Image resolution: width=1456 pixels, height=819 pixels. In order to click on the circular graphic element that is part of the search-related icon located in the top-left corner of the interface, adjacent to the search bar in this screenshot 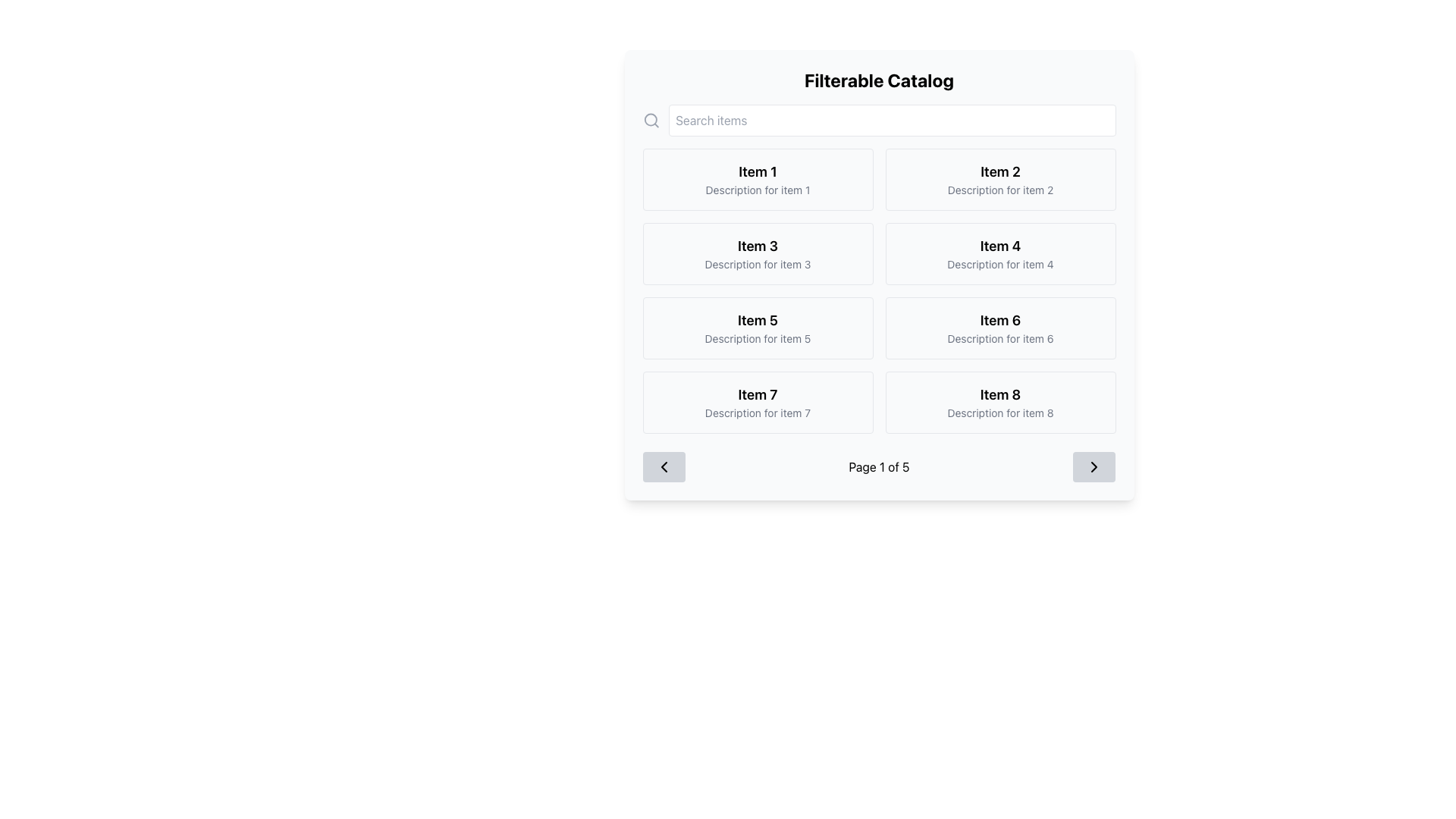, I will do `click(650, 119)`.